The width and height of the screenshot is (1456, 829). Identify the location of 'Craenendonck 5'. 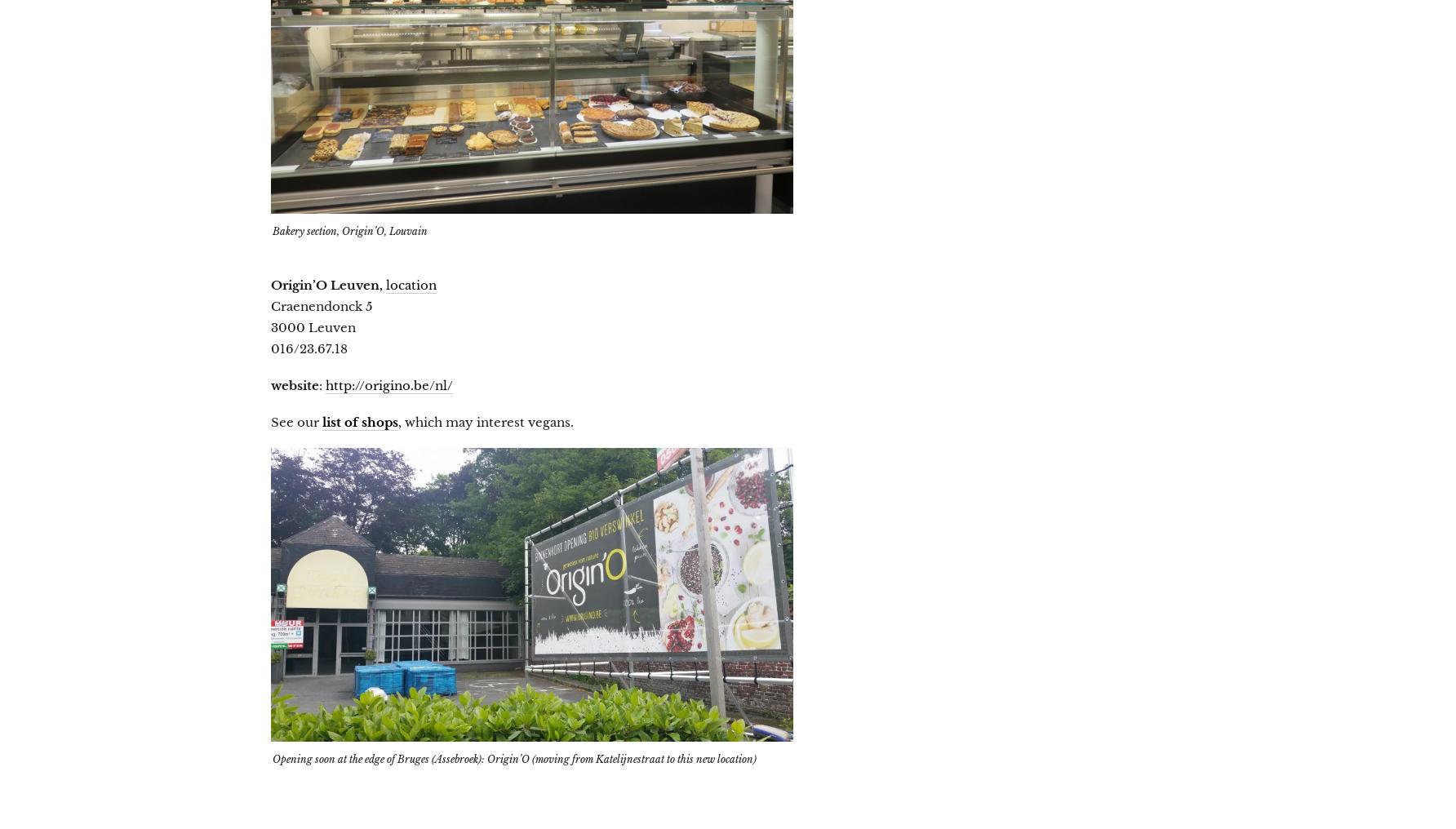
(321, 306).